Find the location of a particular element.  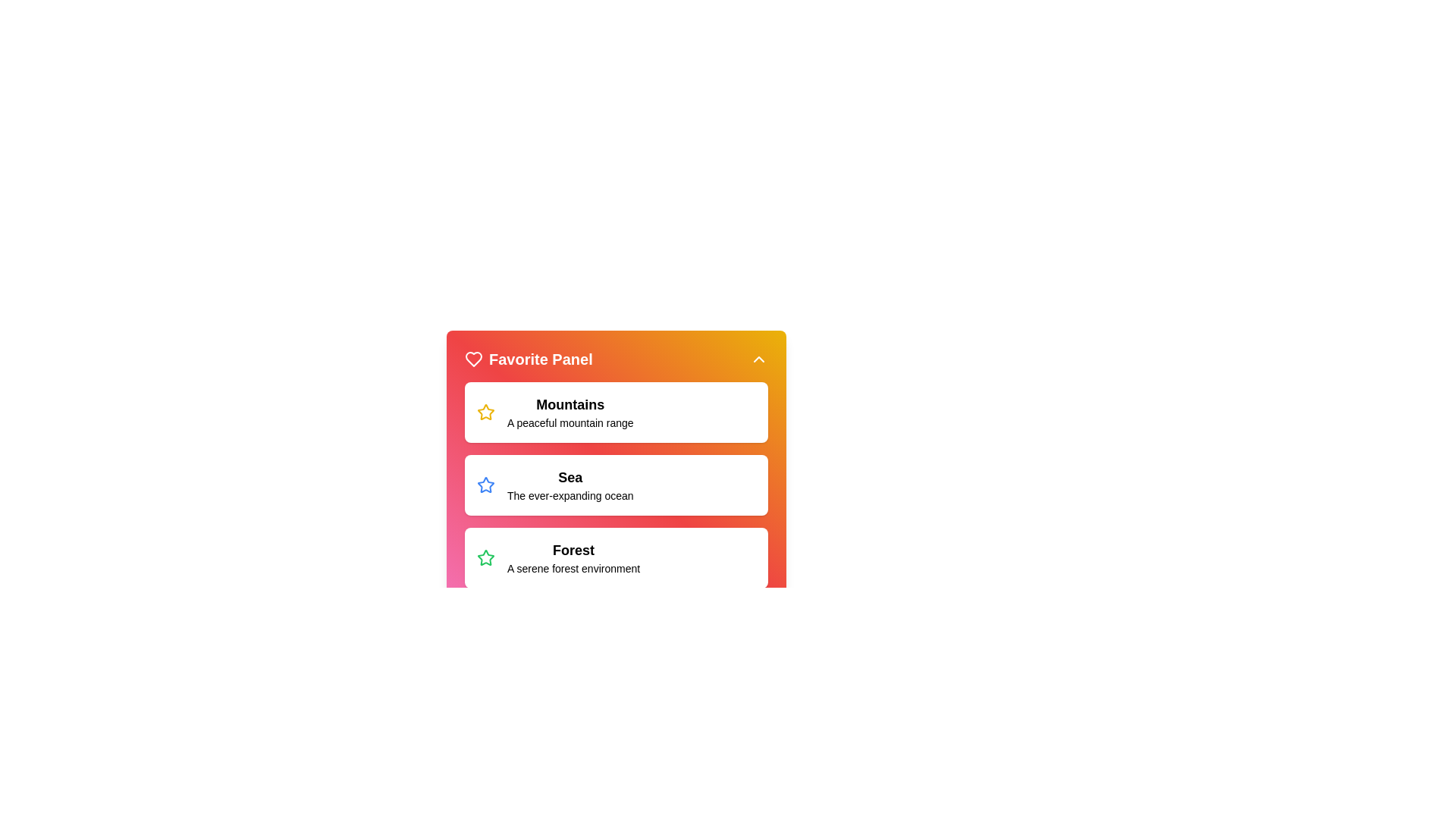

the first star icon located to the left of the 'Mountains' text label to interact with the rating or favorite indicator is located at coordinates (486, 412).